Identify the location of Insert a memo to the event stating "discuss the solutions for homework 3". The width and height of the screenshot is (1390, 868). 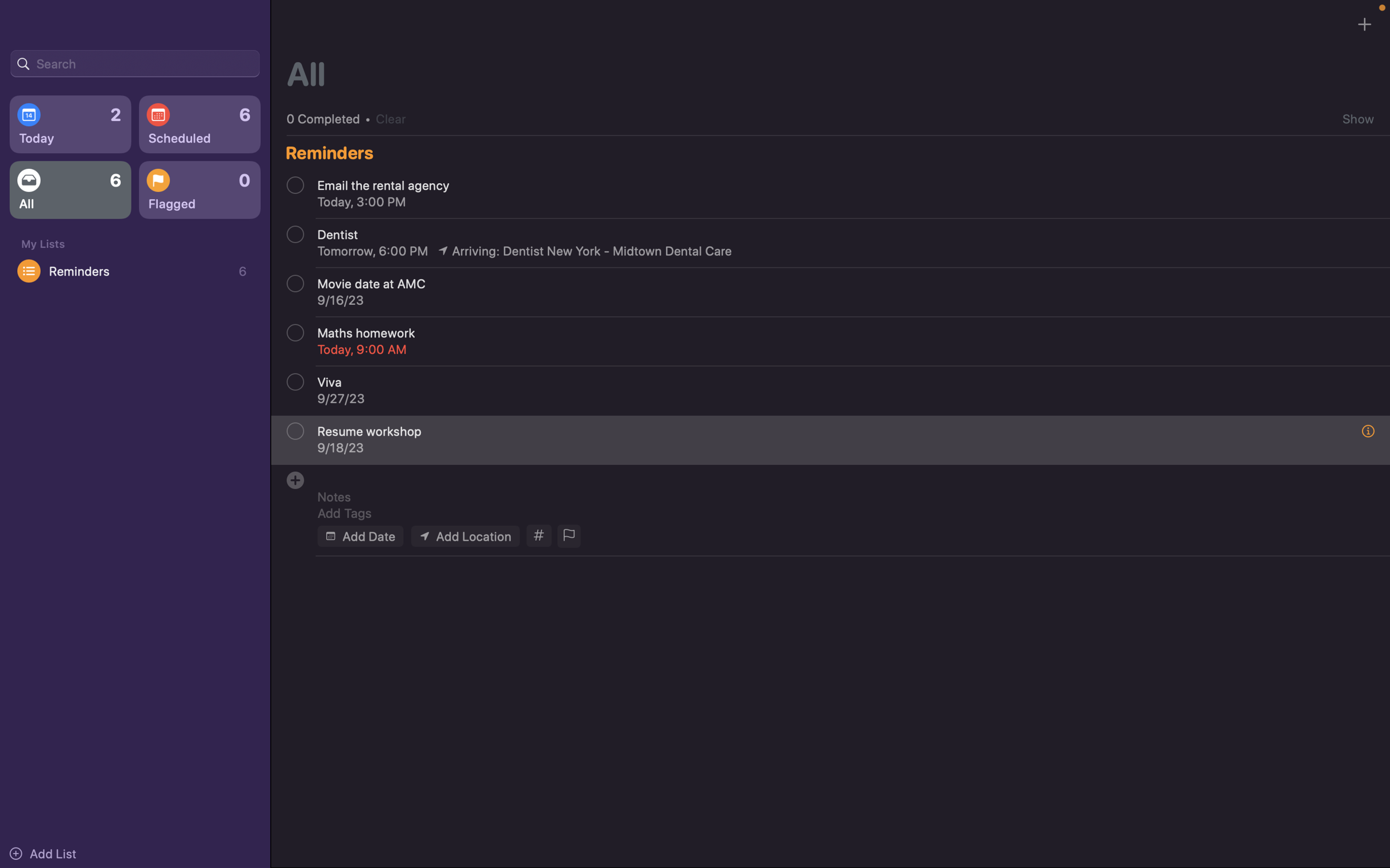
(837, 496).